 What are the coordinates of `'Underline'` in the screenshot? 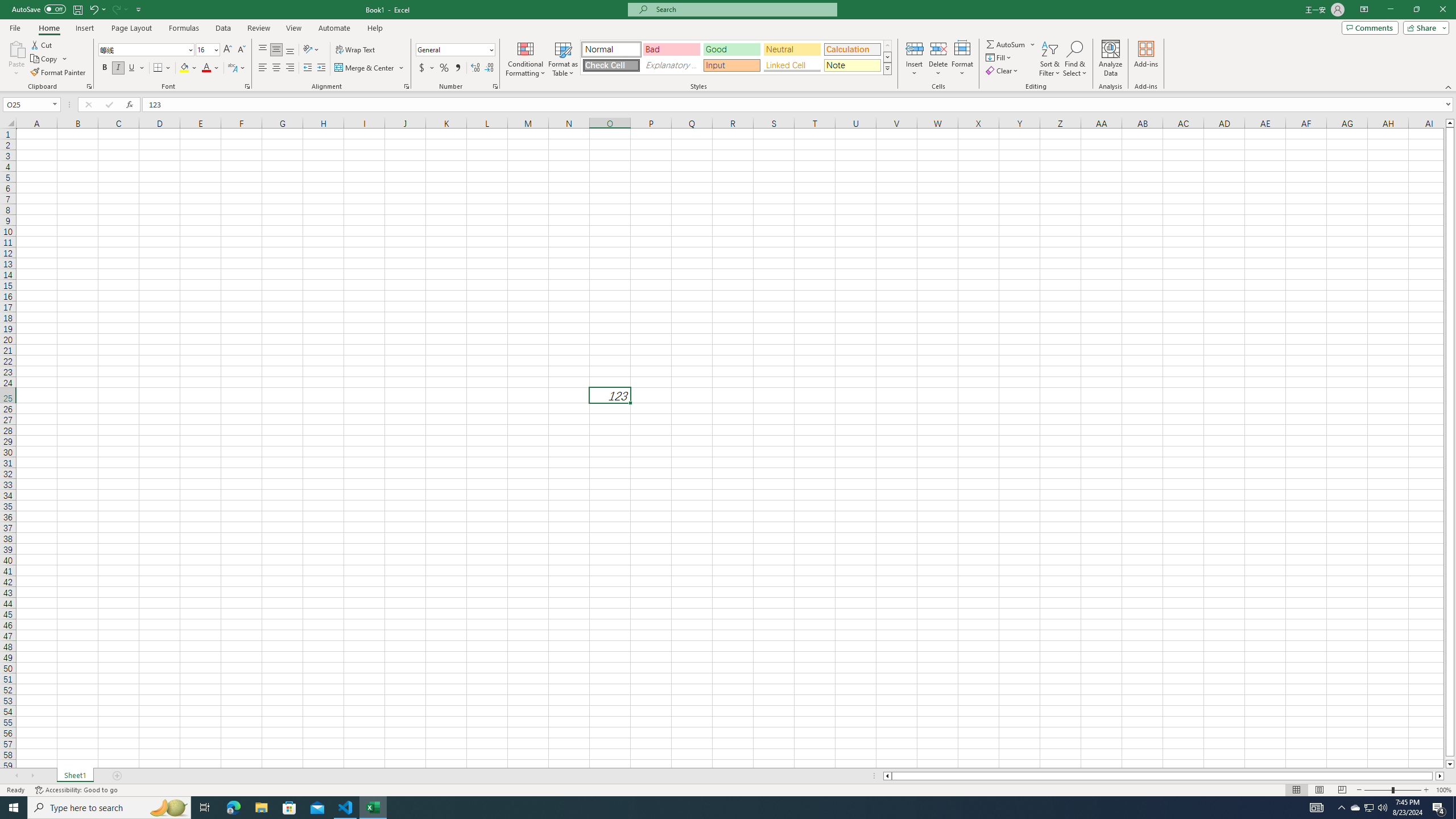 It's located at (136, 67).